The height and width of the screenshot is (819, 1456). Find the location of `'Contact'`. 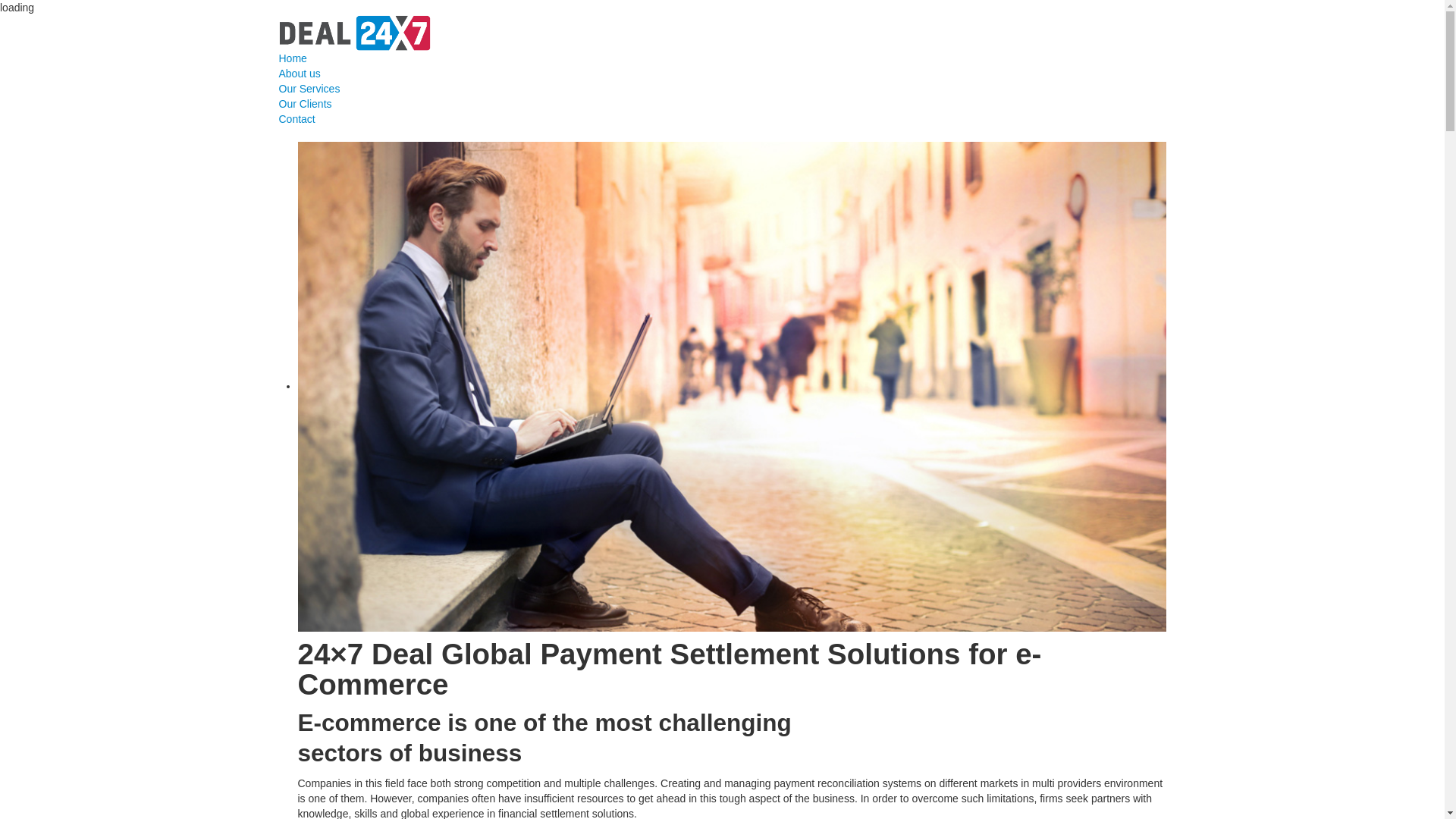

'Contact' is located at coordinates (722, 118).